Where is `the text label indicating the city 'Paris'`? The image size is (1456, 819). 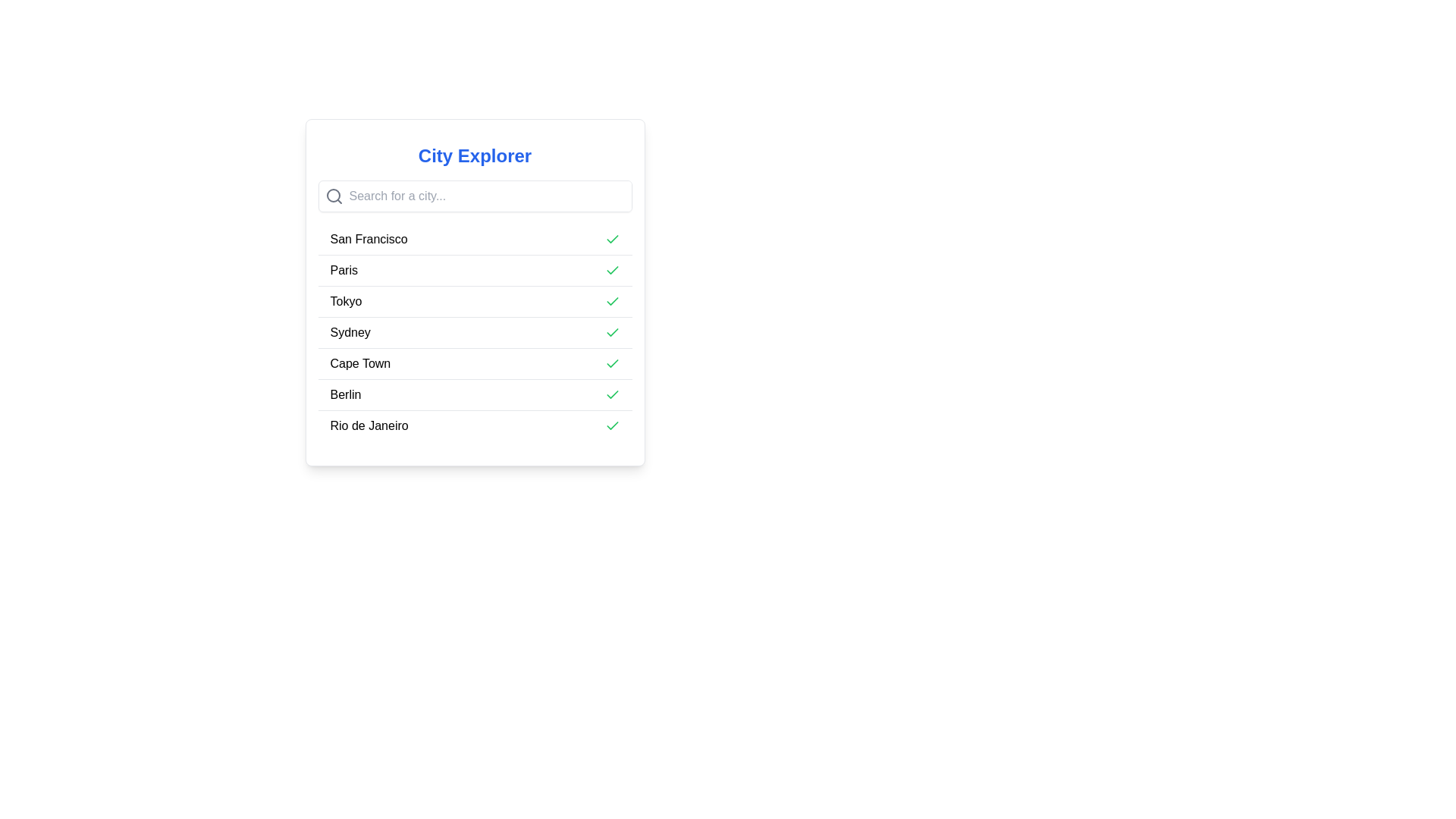
the text label indicating the city 'Paris' is located at coordinates (343, 270).